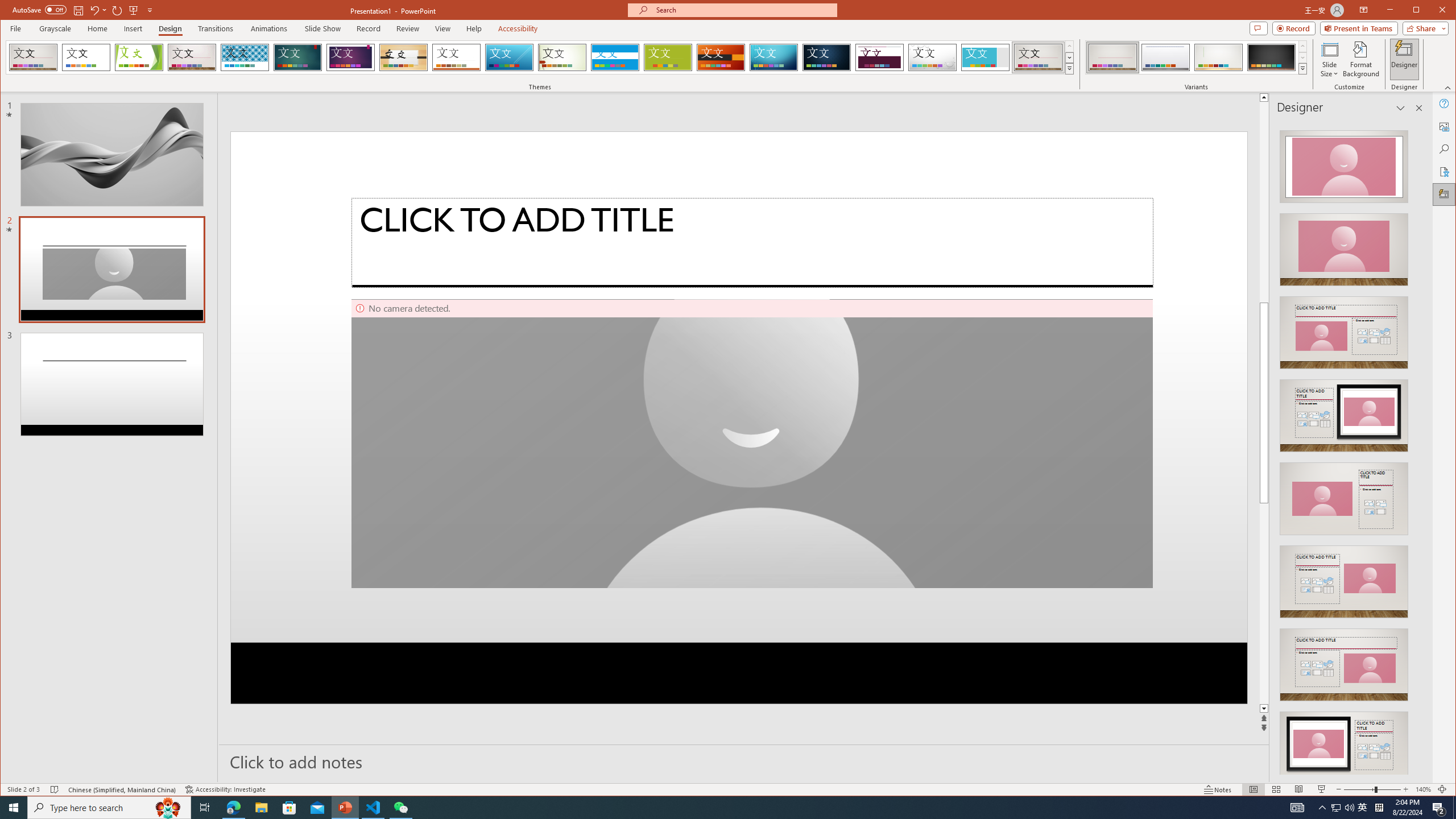  Describe the element at coordinates (1270, 57) in the screenshot. I see `'Gallery Variant 4'` at that location.